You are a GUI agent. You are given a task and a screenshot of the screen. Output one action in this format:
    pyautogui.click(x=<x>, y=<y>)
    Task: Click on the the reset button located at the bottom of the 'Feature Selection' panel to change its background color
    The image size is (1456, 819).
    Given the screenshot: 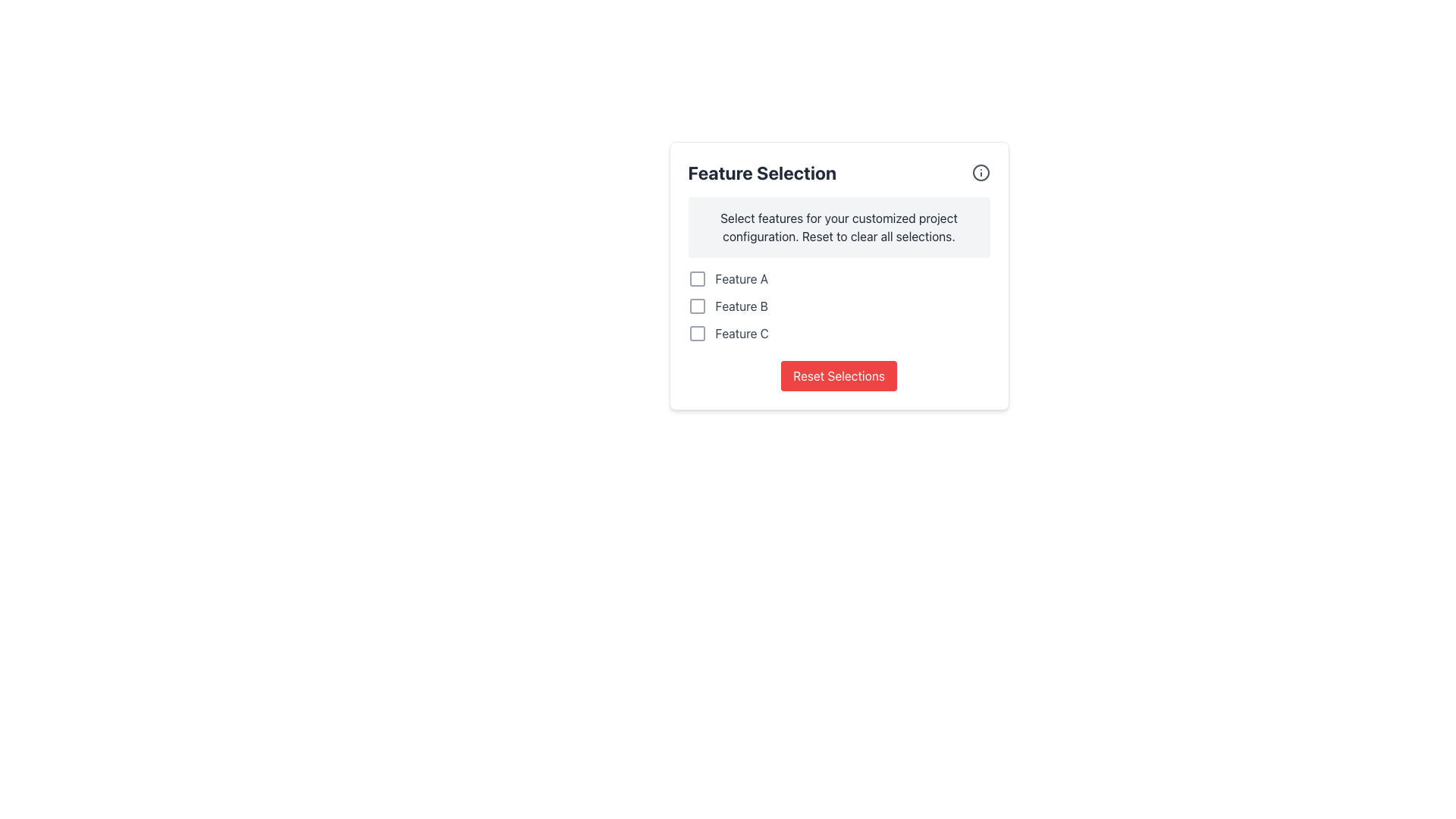 What is the action you would take?
    pyautogui.click(x=838, y=375)
    